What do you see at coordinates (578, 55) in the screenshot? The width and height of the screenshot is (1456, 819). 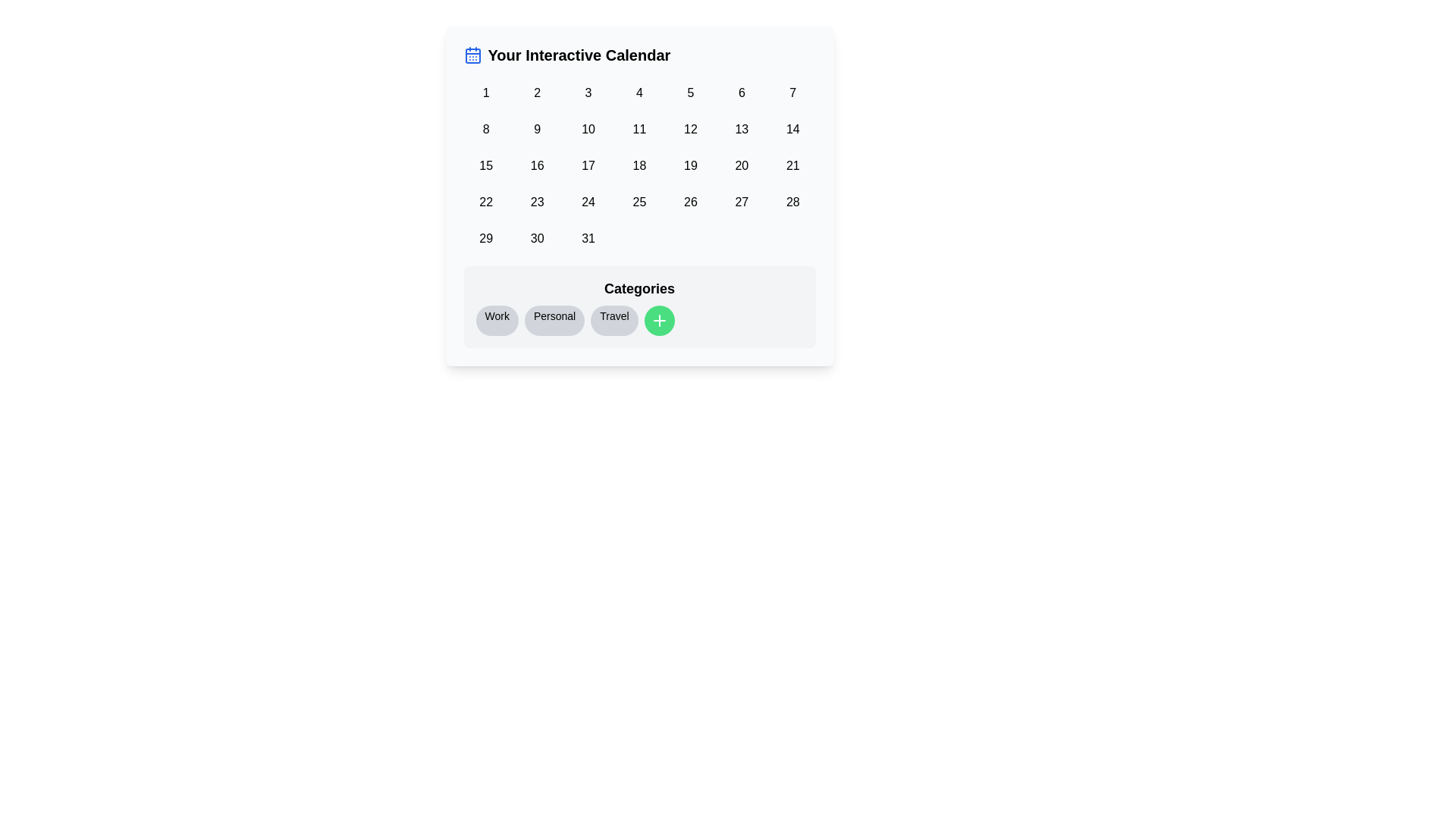 I see `the text label that serves as a title or header for the calendar interface, located to the right of the calendar icon` at bounding box center [578, 55].